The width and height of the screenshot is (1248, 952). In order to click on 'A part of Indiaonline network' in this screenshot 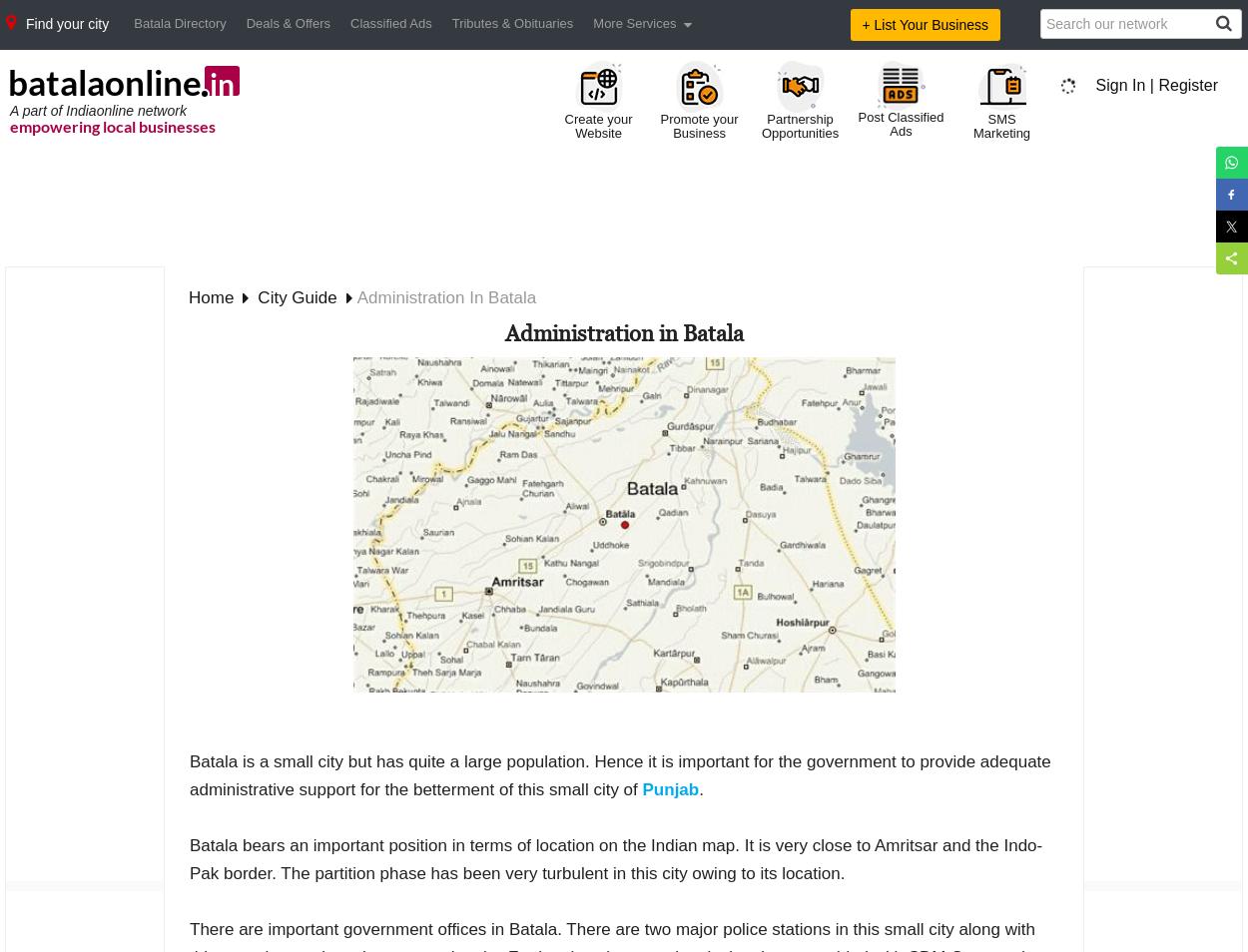, I will do `click(97, 108)`.